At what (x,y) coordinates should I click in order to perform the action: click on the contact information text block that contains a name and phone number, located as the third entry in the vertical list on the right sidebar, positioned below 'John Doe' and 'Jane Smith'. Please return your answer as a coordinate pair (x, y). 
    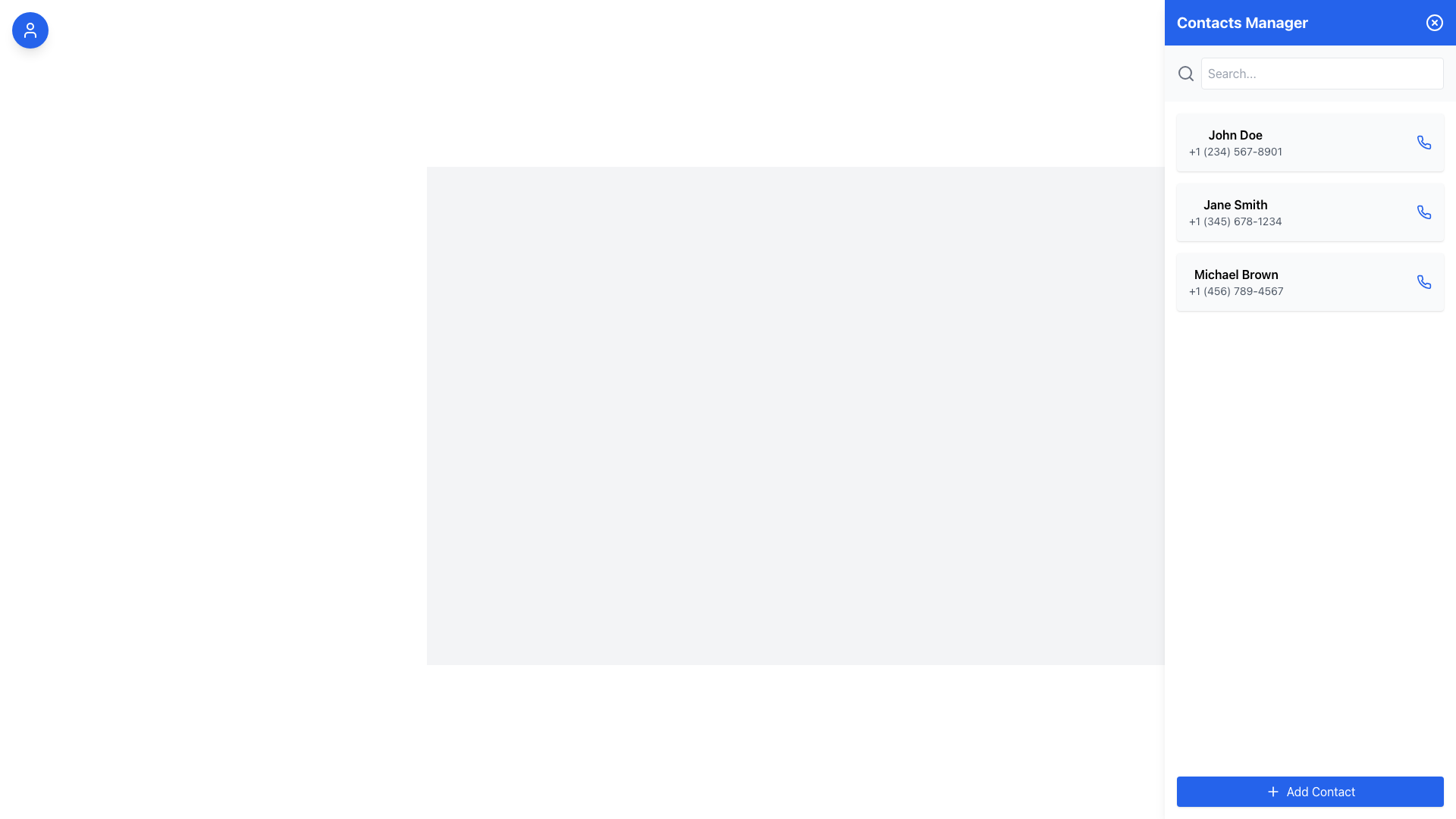
    Looking at the image, I should click on (1236, 281).